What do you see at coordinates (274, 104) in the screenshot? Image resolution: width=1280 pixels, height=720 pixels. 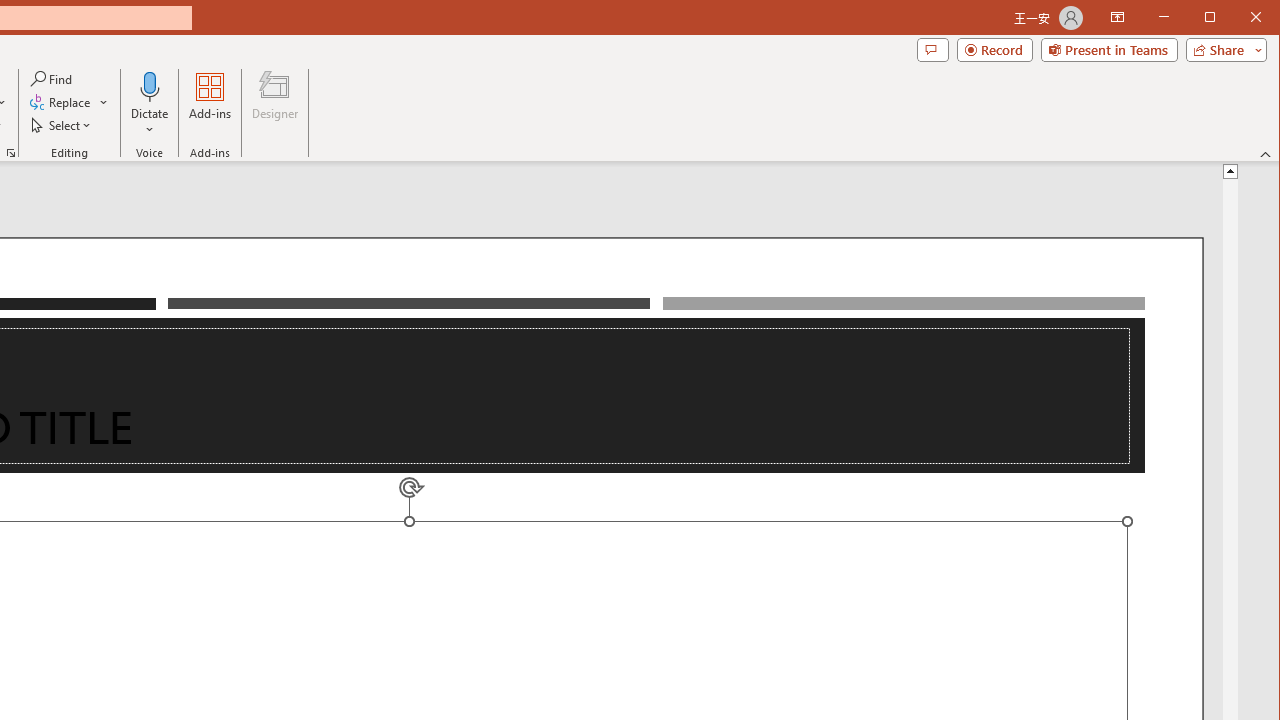 I see `'Designer'` at bounding box center [274, 104].